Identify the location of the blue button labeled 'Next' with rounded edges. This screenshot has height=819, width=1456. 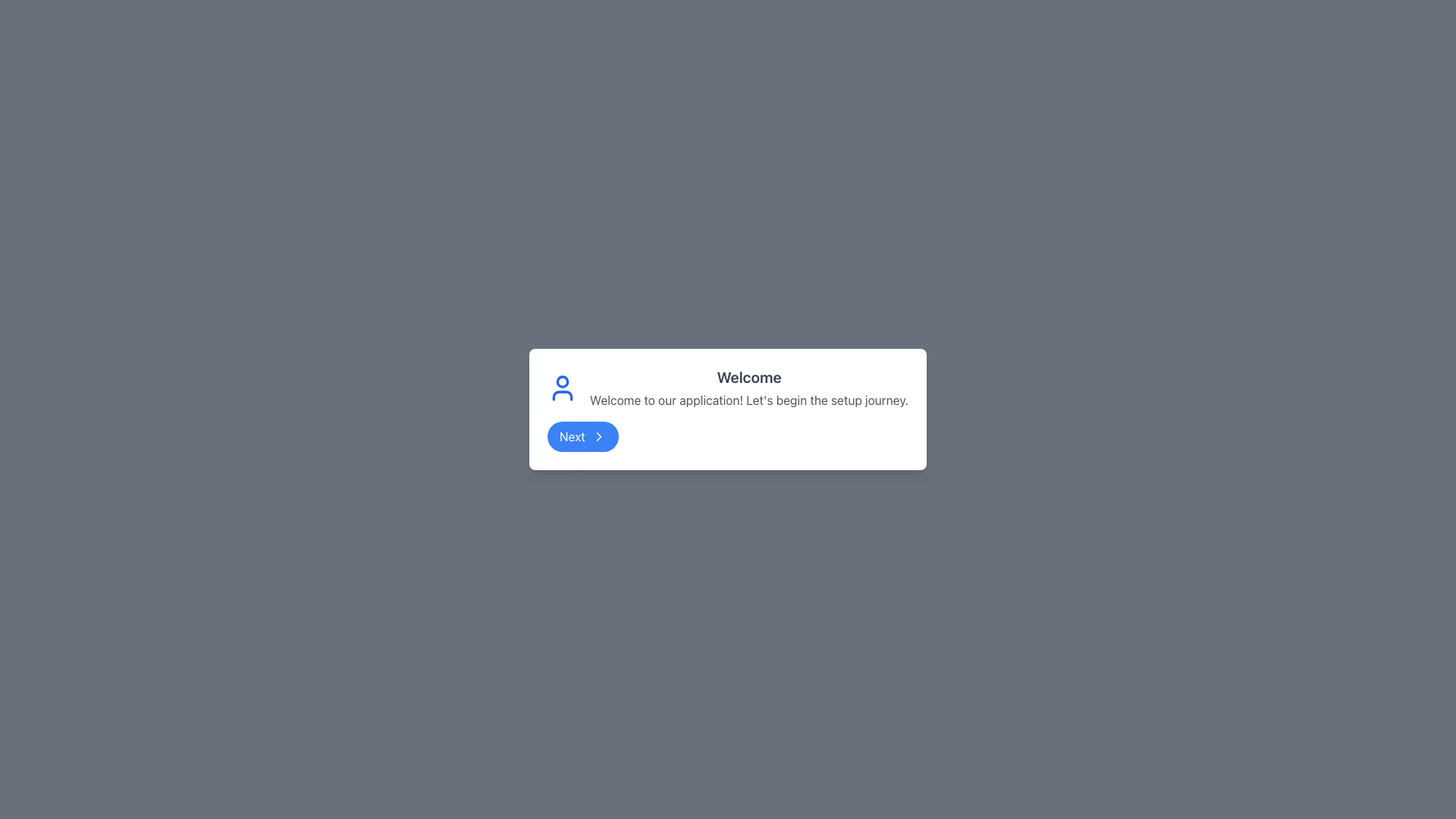
(582, 436).